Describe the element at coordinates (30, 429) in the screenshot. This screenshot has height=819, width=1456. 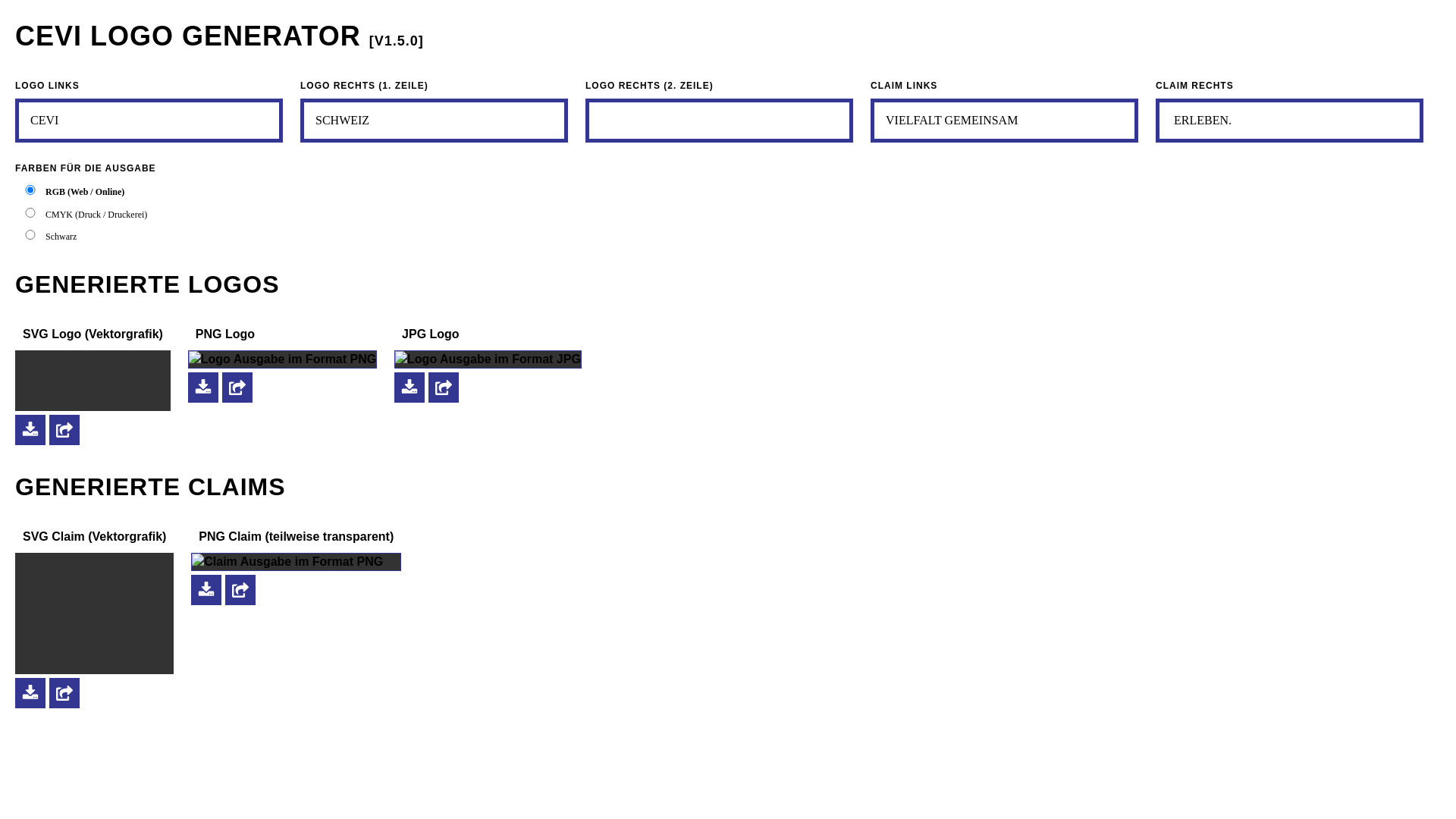
I see `'Download SVG Logo'` at that location.